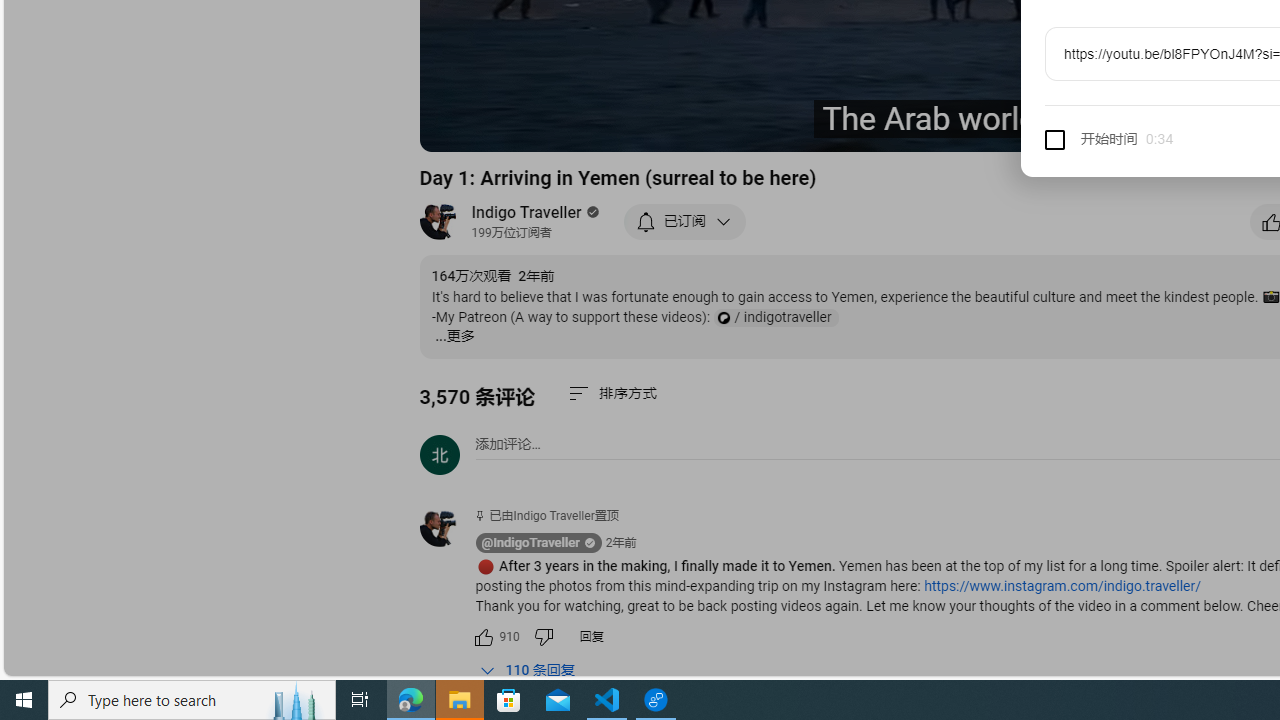 The image size is (1280, 720). I want to click on 'https://www.instagram.com/indigo.traveller/', so click(1061, 585).